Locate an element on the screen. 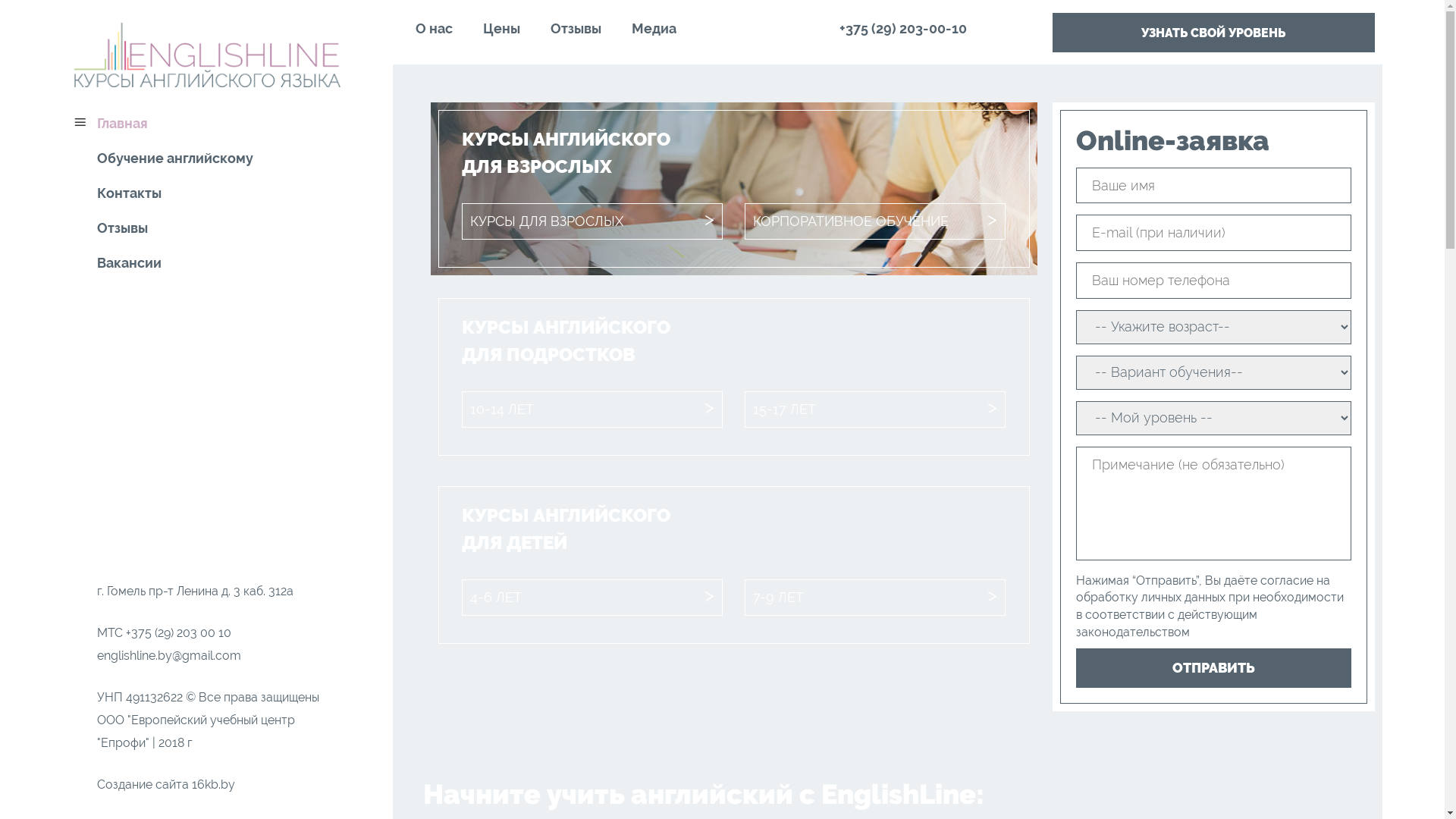  'Skip to content' is located at coordinates (61, 0).